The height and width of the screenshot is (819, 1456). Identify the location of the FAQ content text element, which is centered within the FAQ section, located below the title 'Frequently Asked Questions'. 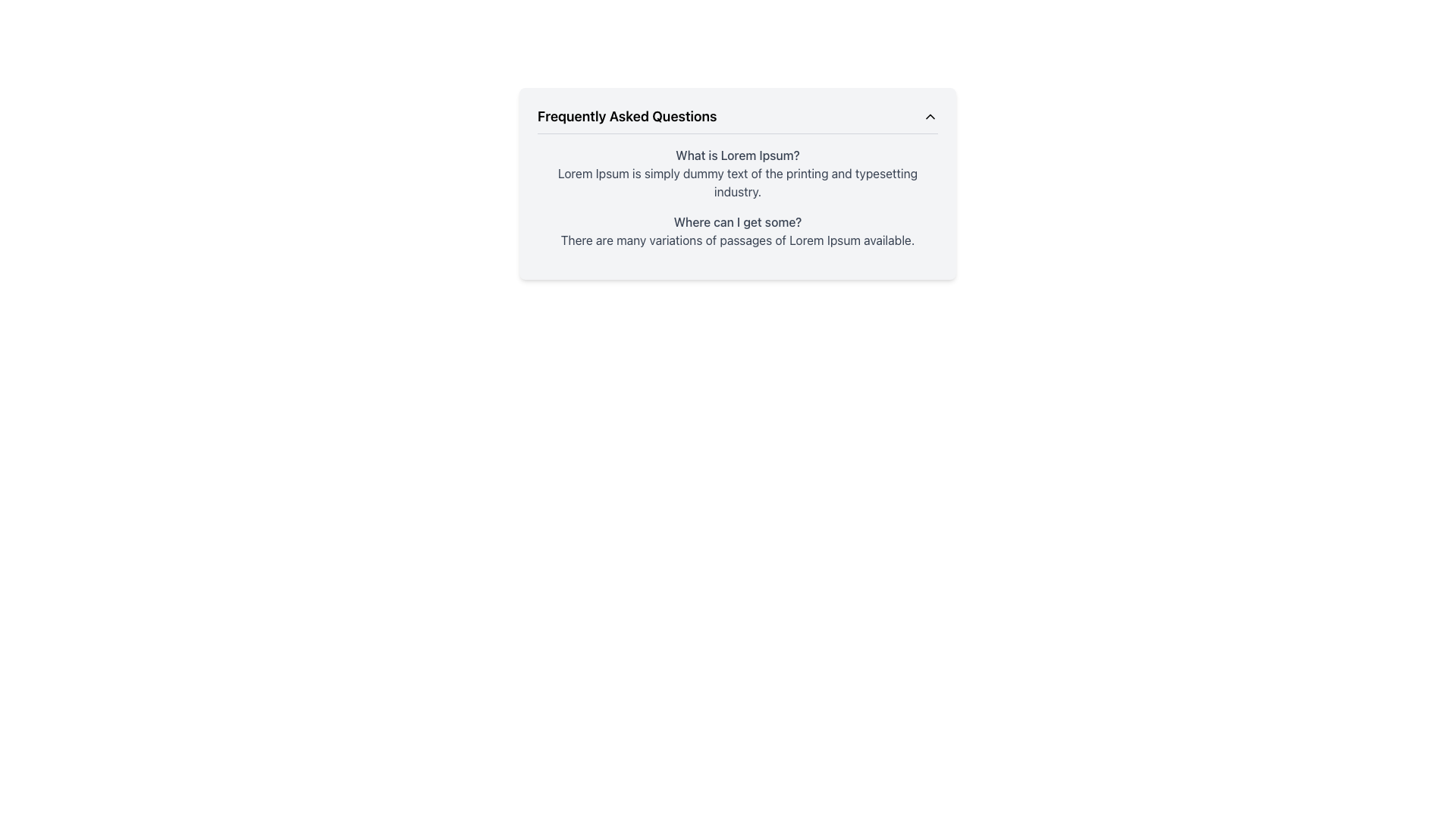
(738, 197).